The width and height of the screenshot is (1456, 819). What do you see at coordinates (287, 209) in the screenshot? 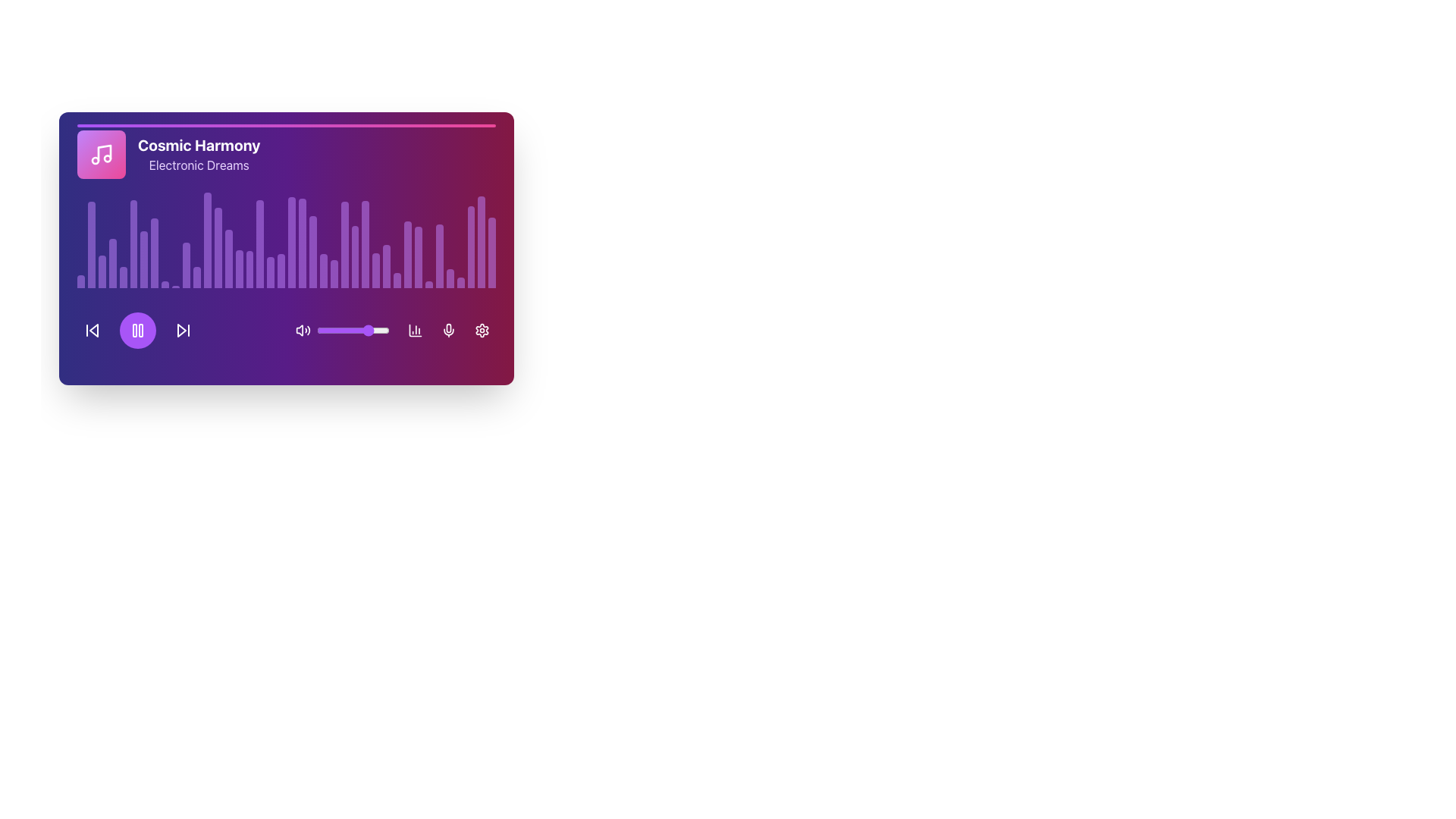
I see `the graphical area of the Graphical Equalizer Visualizer to interact with the audio visualizer` at bounding box center [287, 209].